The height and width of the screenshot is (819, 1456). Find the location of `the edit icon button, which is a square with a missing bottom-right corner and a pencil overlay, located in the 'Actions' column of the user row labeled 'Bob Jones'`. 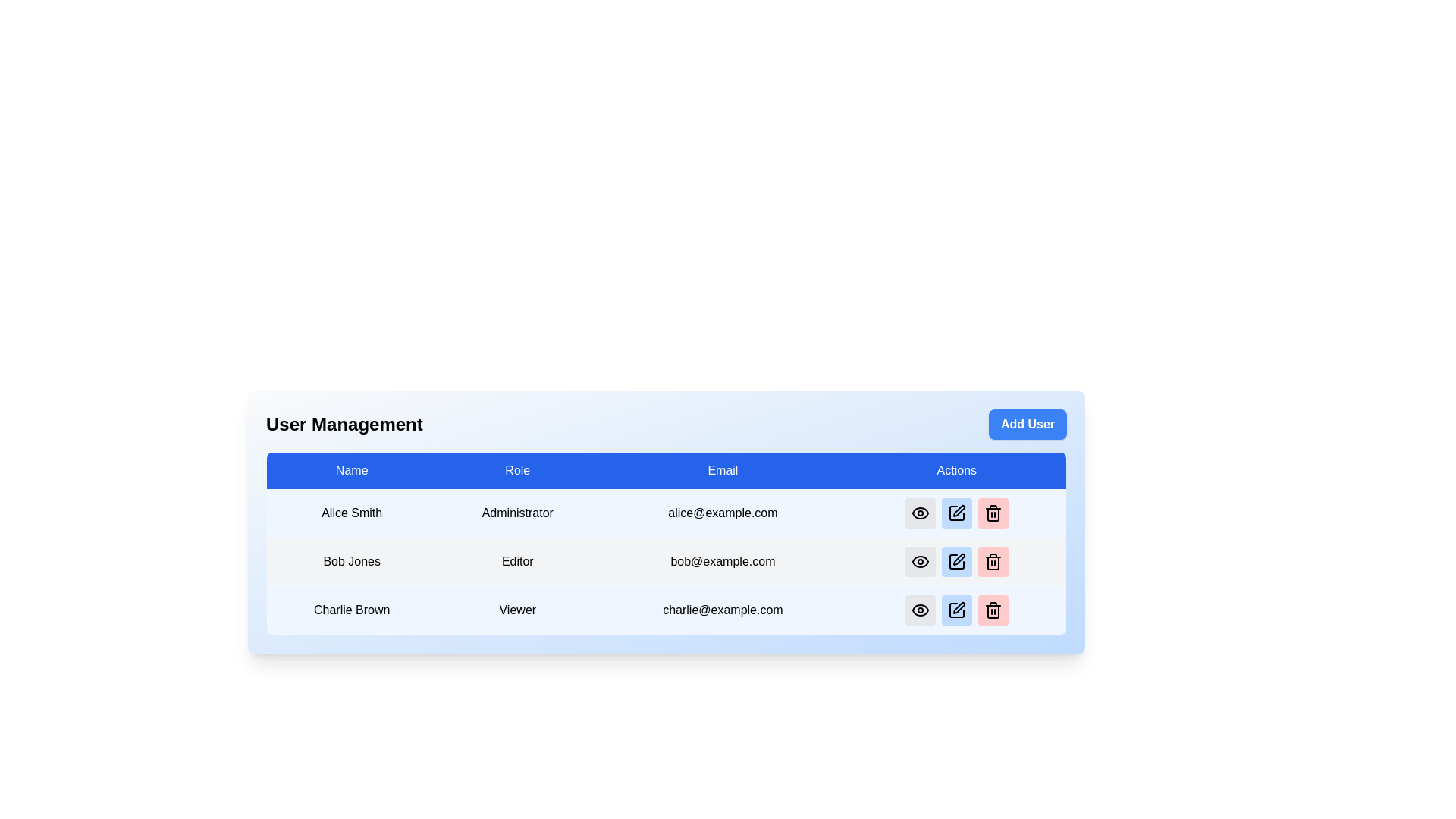

the edit icon button, which is a square with a missing bottom-right corner and a pencil overlay, located in the 'Actions' column of the user row labeled 'Bob Jones' is located at coordinates (955, 561).